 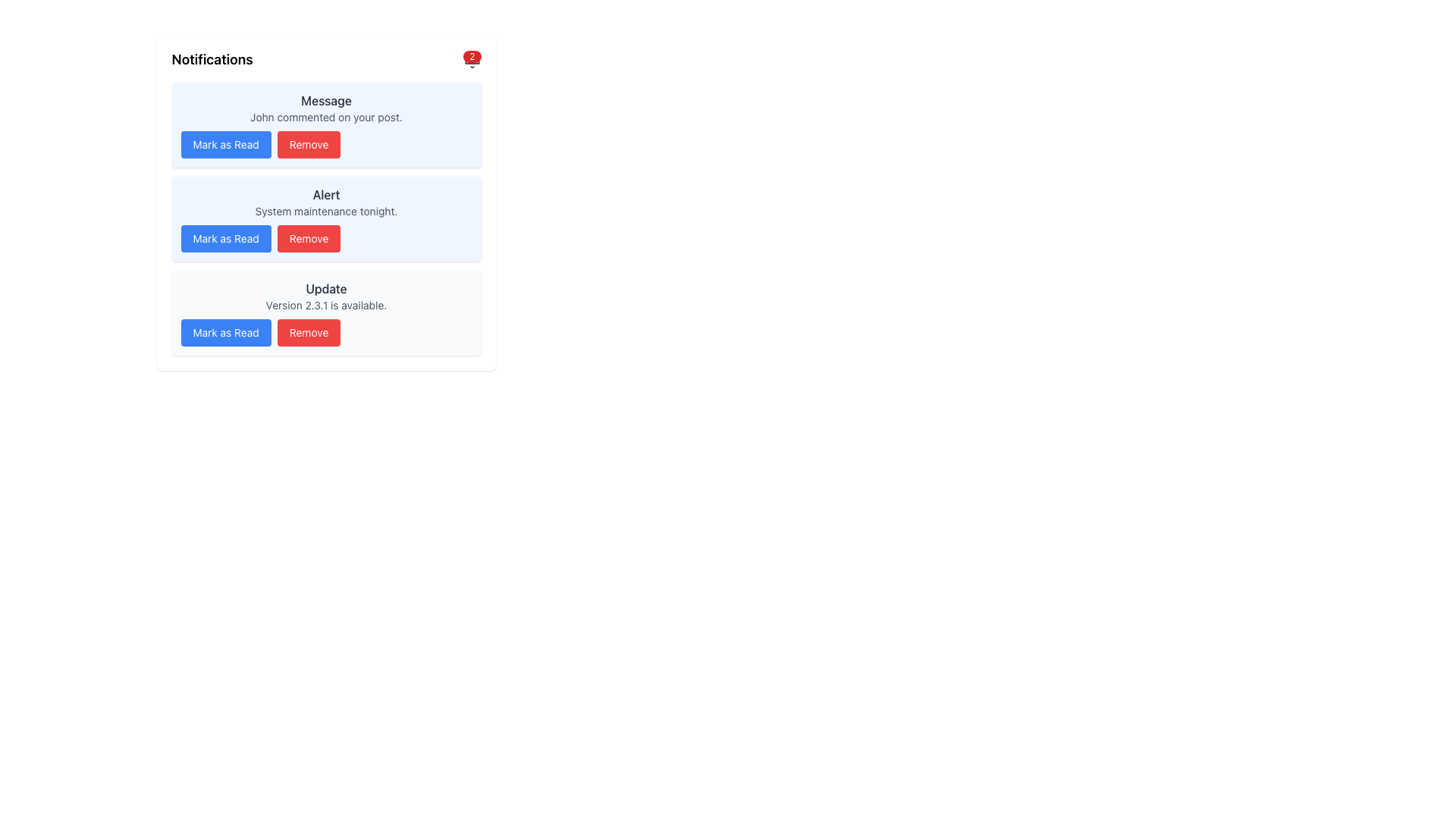 I want to click on the 'Alert' text label within the second notification block of the AlertSystem maintenance notification, so click(x=325, y=194).